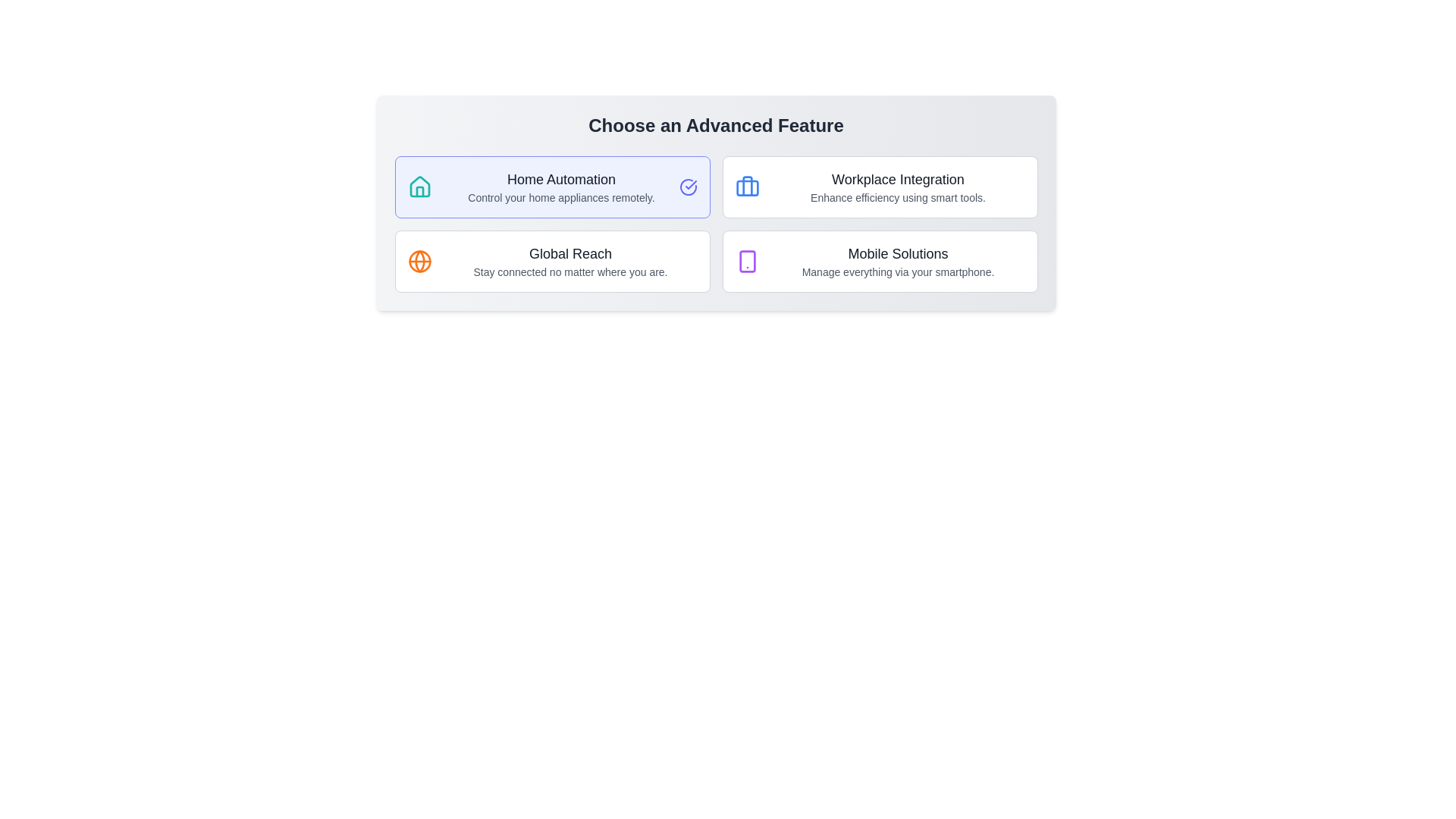 The width and height of the screenshot is (1456, 819). What do you see at coordinates (715, 124) in the screenshot?
I see `the header text displaying 'Choose an Advanced Feature'` at bounding box center [715, 124].